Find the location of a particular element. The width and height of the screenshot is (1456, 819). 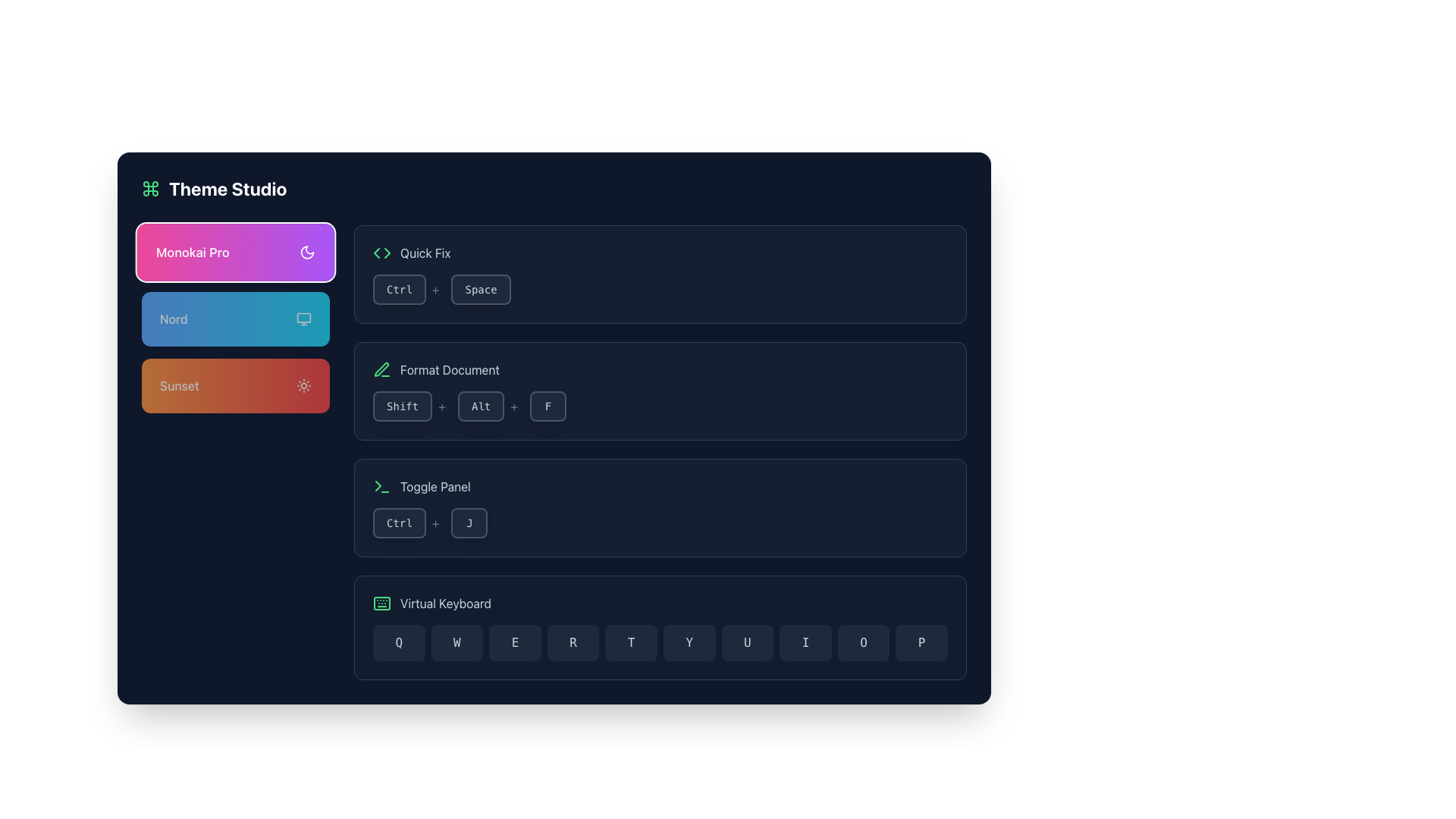

the 'Quick Fix' label which is styled with a lighter shade and accompanied by two greenish chevron-like icons, located in the upper-middle area of the interface is located at coordinates (412, 253).